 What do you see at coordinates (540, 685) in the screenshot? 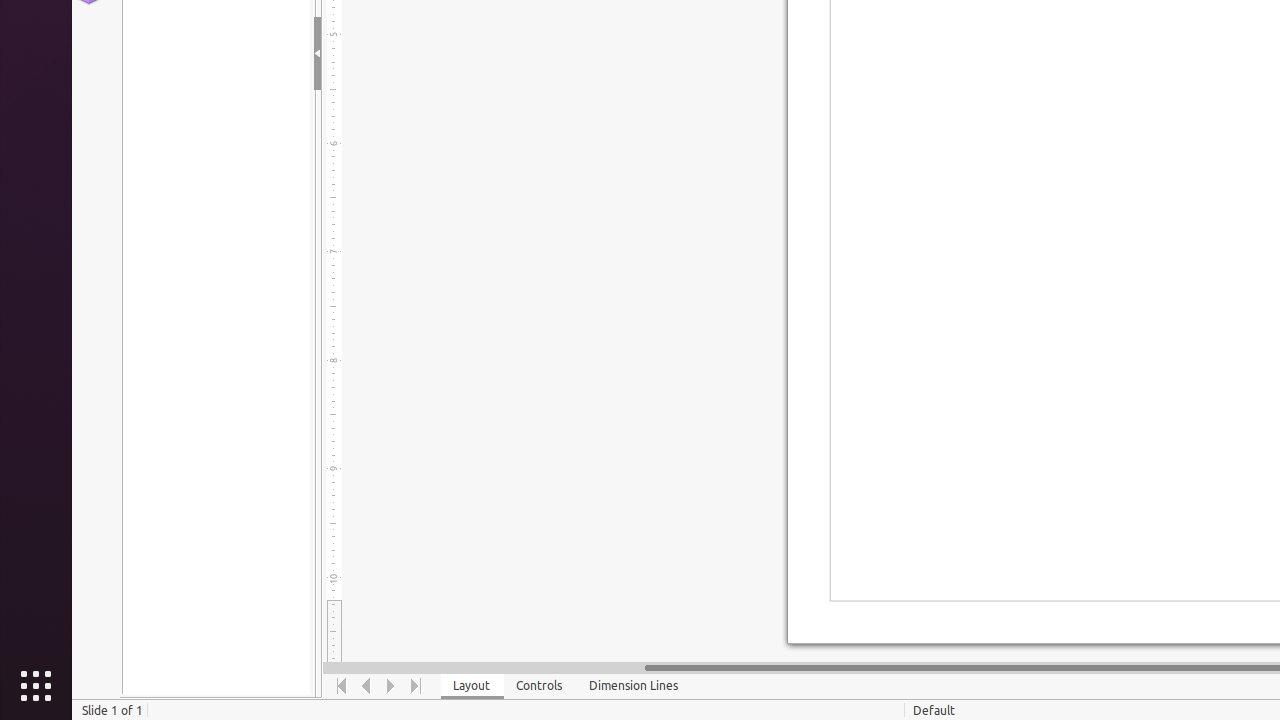
I see `'Controls'` at bounding box center [540, 685].